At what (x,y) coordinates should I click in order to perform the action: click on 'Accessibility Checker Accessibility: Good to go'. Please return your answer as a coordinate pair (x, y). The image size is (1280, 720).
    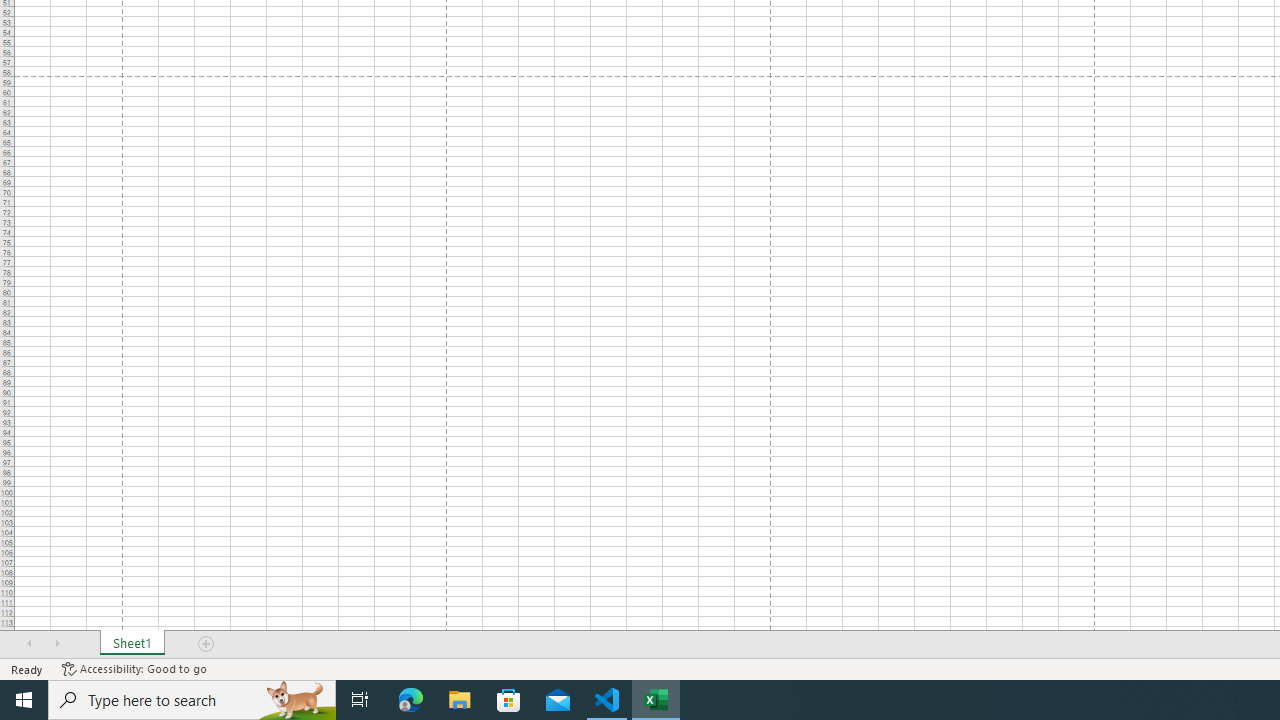
    Looking at the image, I should click on (133, 669).